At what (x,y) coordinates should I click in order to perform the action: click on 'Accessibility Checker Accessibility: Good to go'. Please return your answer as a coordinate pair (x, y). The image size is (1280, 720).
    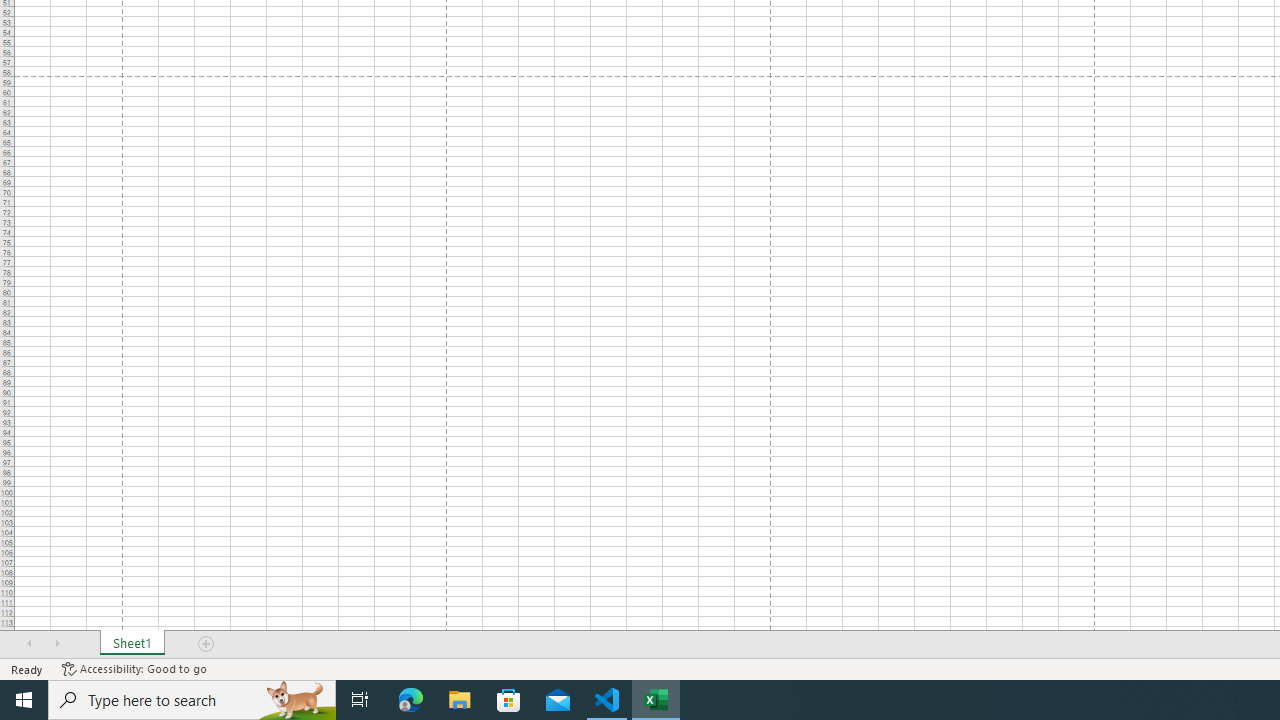
    Looking at the image, I should click on (133, 669).